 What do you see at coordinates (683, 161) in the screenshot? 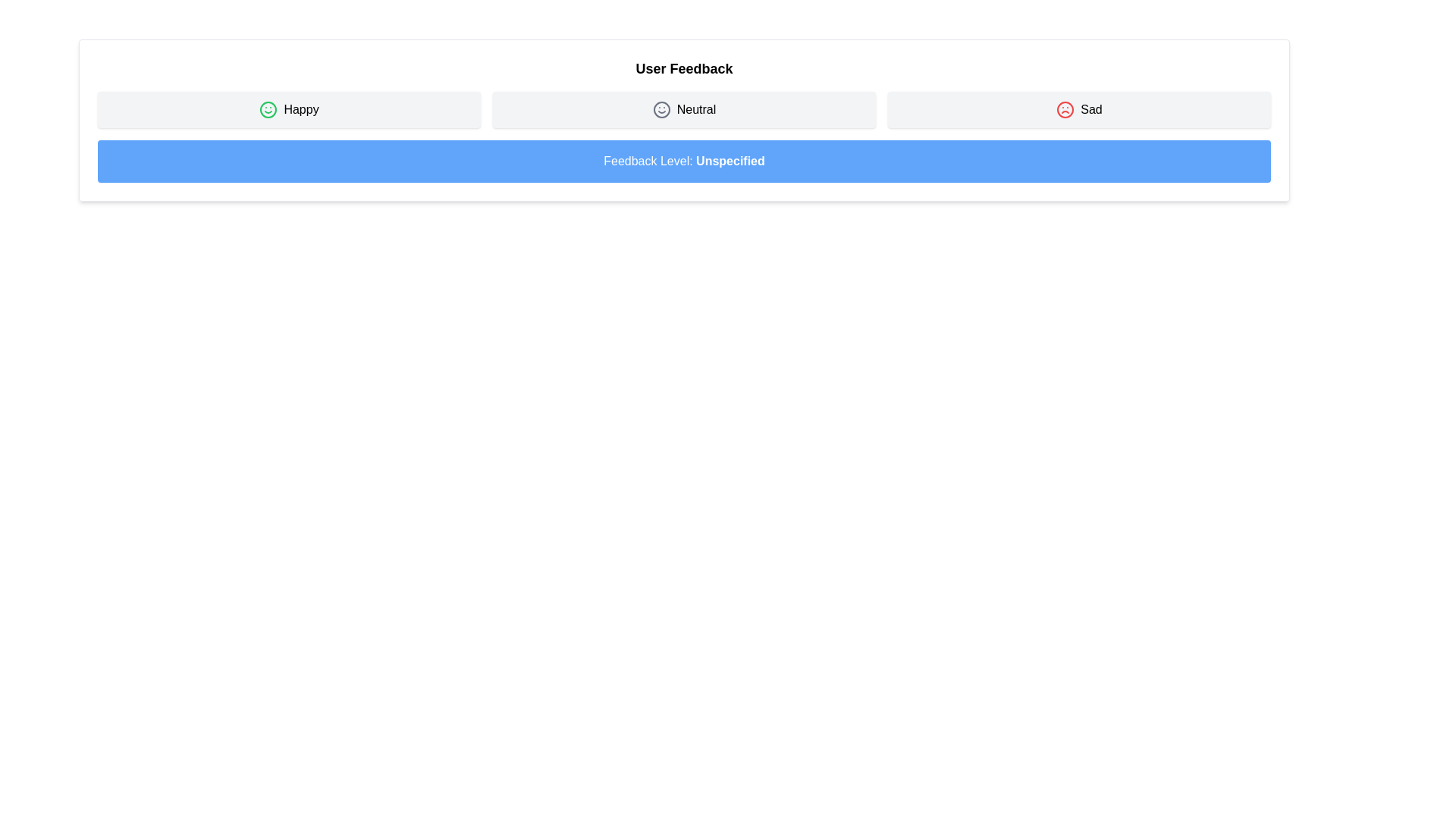
I see `the rectangular section with a blue background and white text that reads 'Feedback Level: Unspecified', located directly beneath the feedback options` at bounding box center [683, 161].